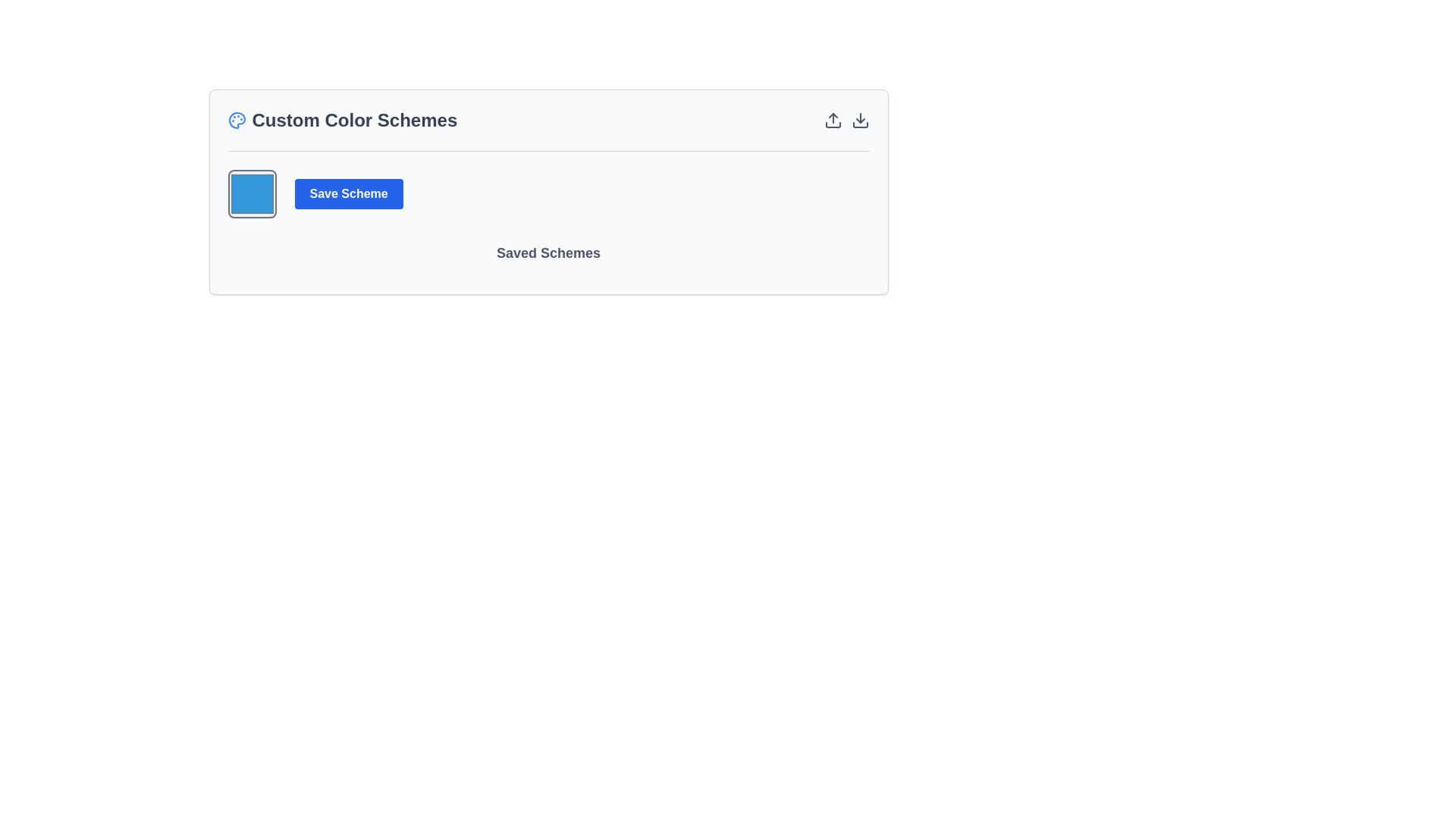 The image size is (1456, 819). I want to click on text content of the static header element indicating the beginning of the saved schemes section, located directly above the grid structure under 'Custom Color Schemes', so click(548, 253).